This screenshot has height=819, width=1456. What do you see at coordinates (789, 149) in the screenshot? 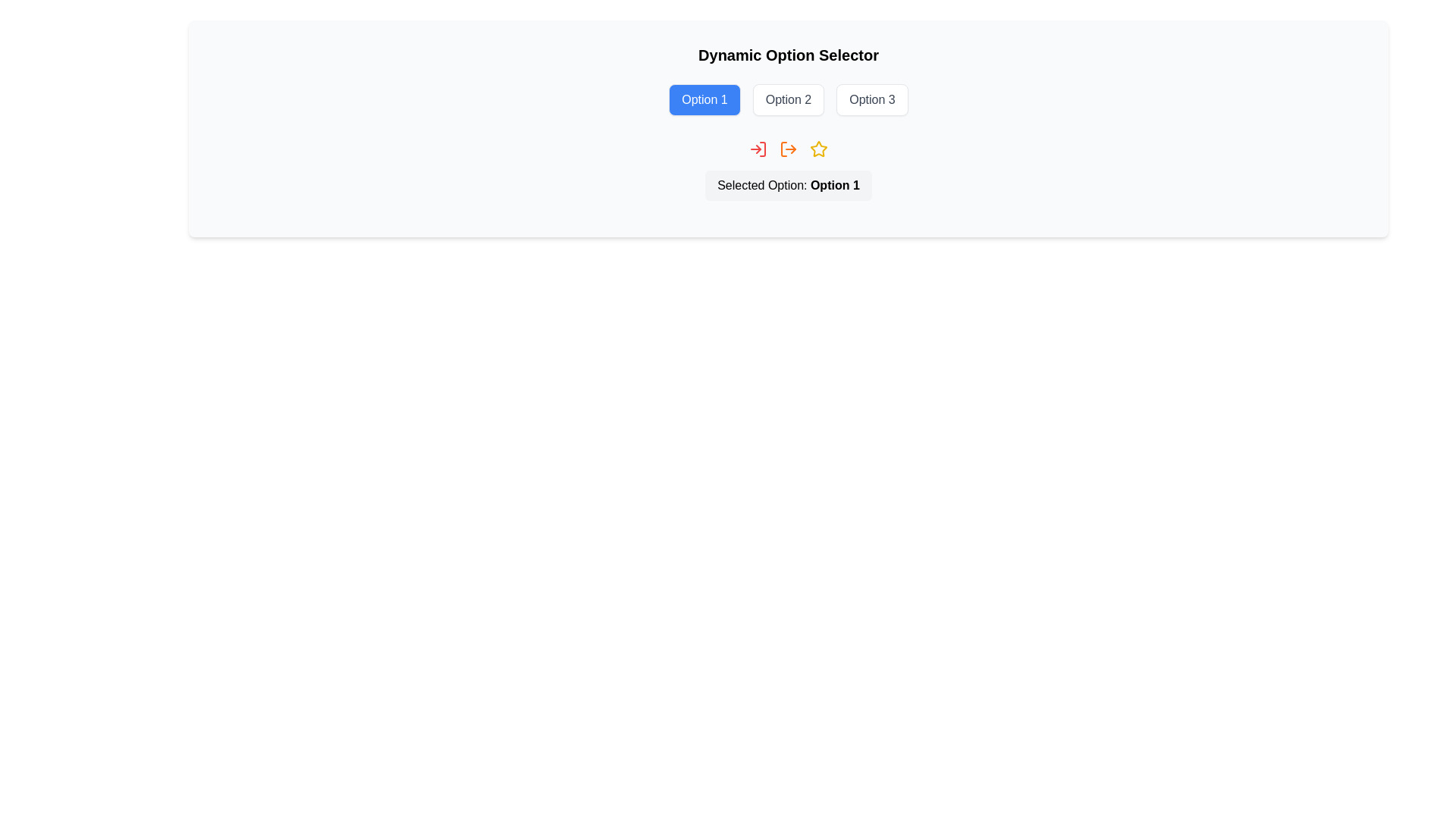
I see `the orange icon depicting a sign out action, which is the third item in a horizontal group of icons below the buttons labeled Option 1, Option 2, and Option 3` at bounding box center [789, 149].